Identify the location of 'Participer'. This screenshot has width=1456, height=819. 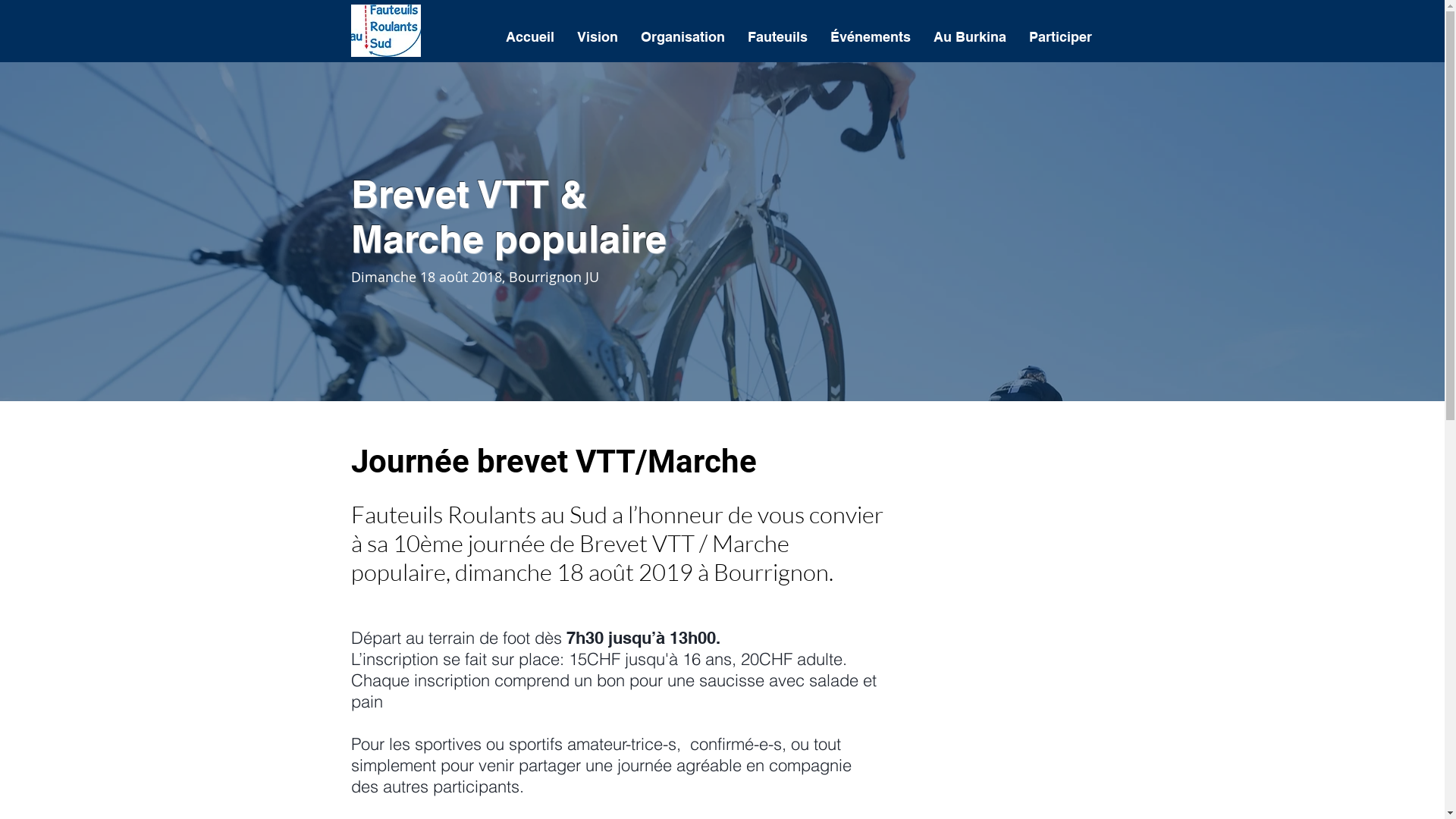
(1059, 36).